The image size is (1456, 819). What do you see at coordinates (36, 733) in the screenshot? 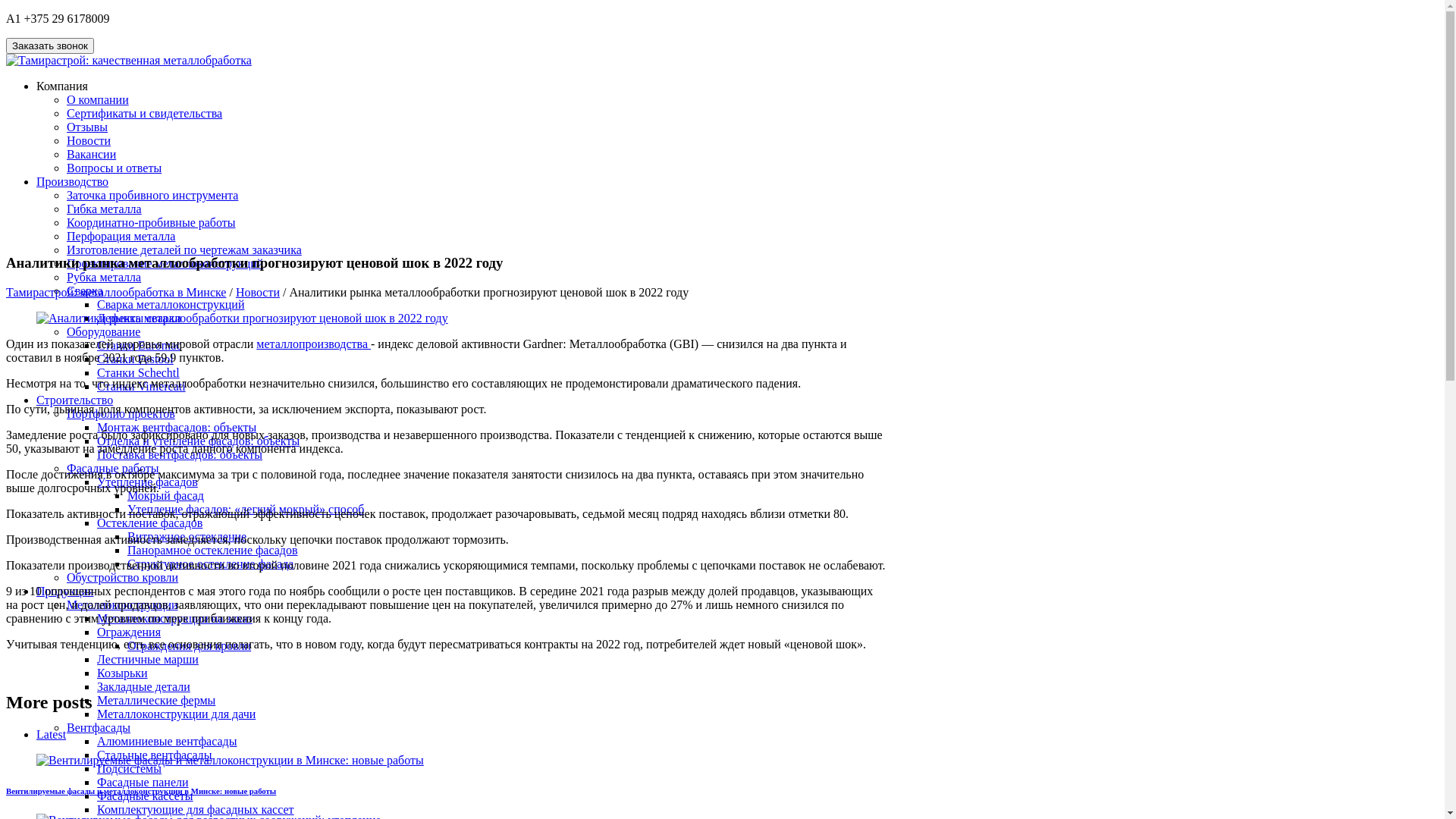
I see `'Latest'` at bounding box center [36, 733].